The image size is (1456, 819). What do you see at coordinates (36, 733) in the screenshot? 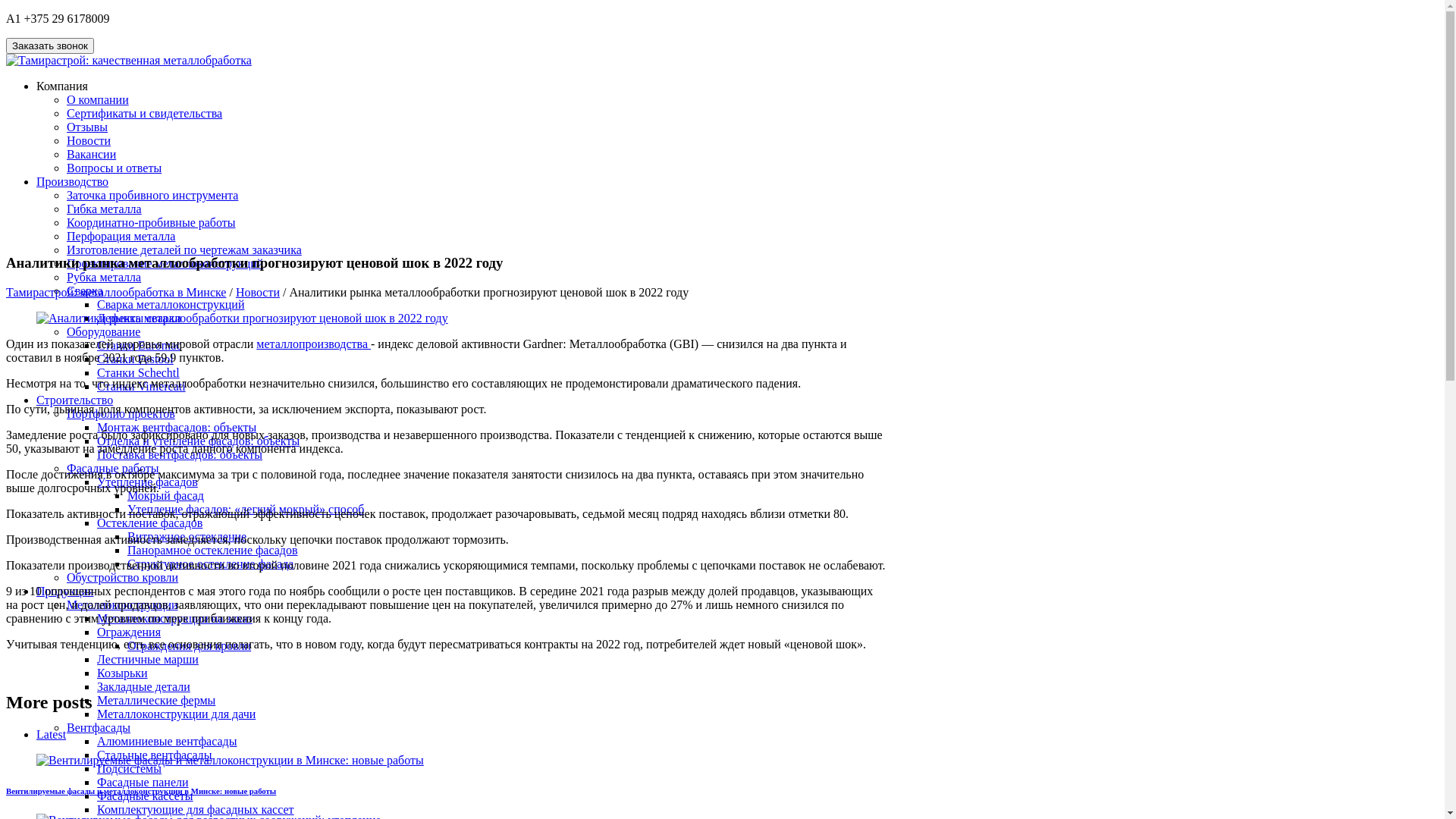
I see `'Latest'` at bounding box center [36, 733].